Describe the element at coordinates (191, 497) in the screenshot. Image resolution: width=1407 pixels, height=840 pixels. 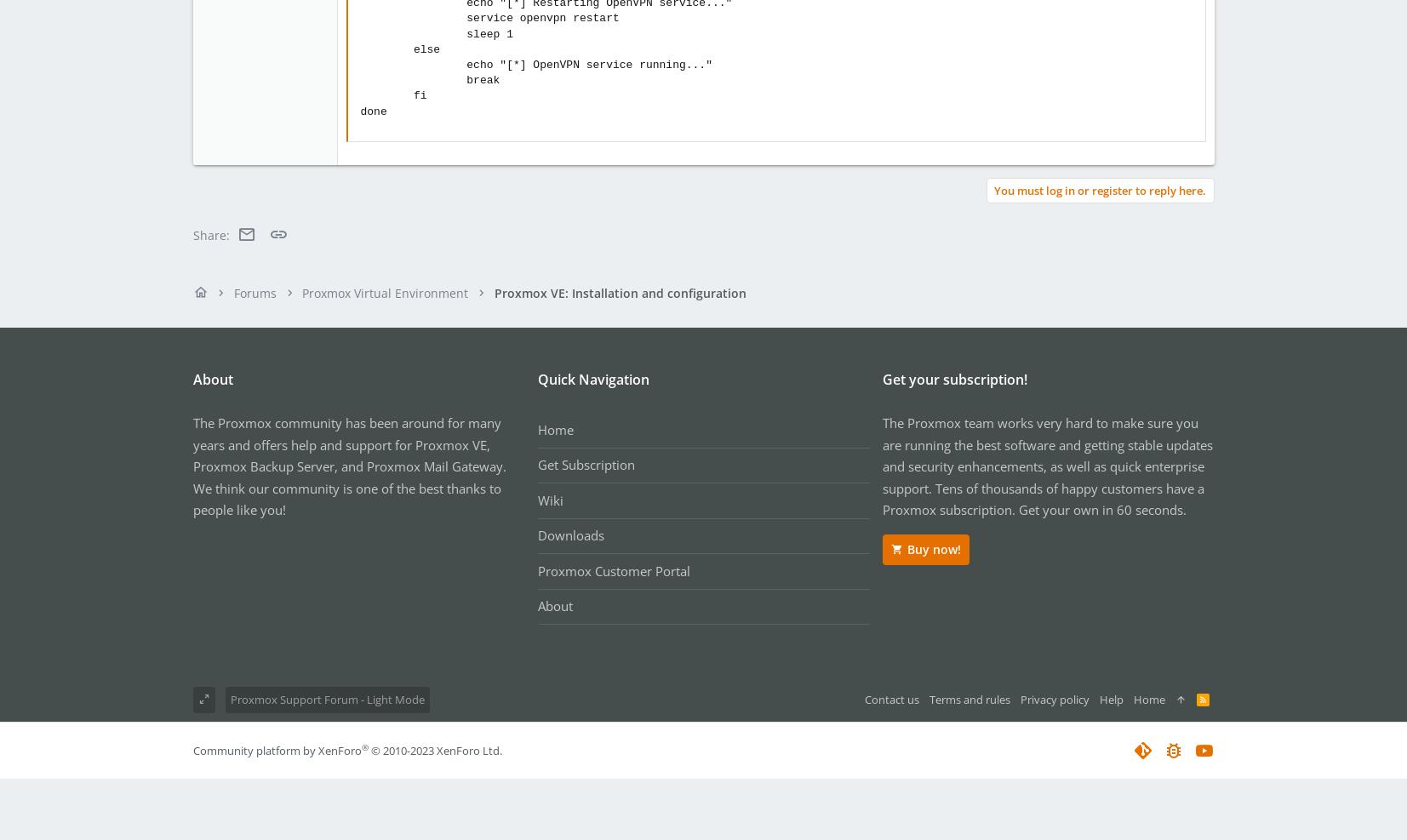
I see `'We think our community is one of the best thanks to people like you!'` at that location.